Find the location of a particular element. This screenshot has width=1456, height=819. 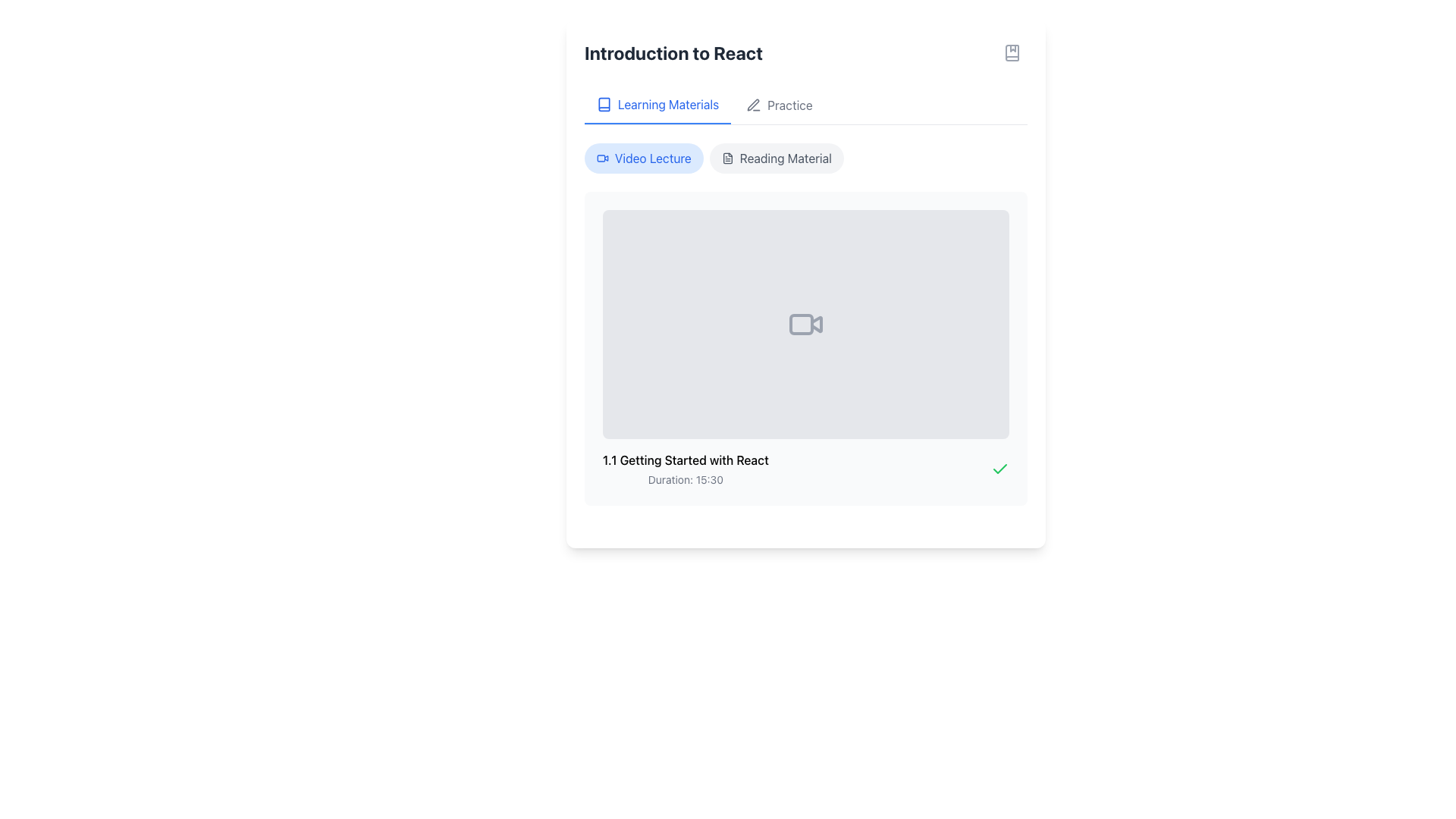

the 'Reading Material' text label, which is styled in gray sans-serif font and located next to a document icon is located at coordinates (786, 158).